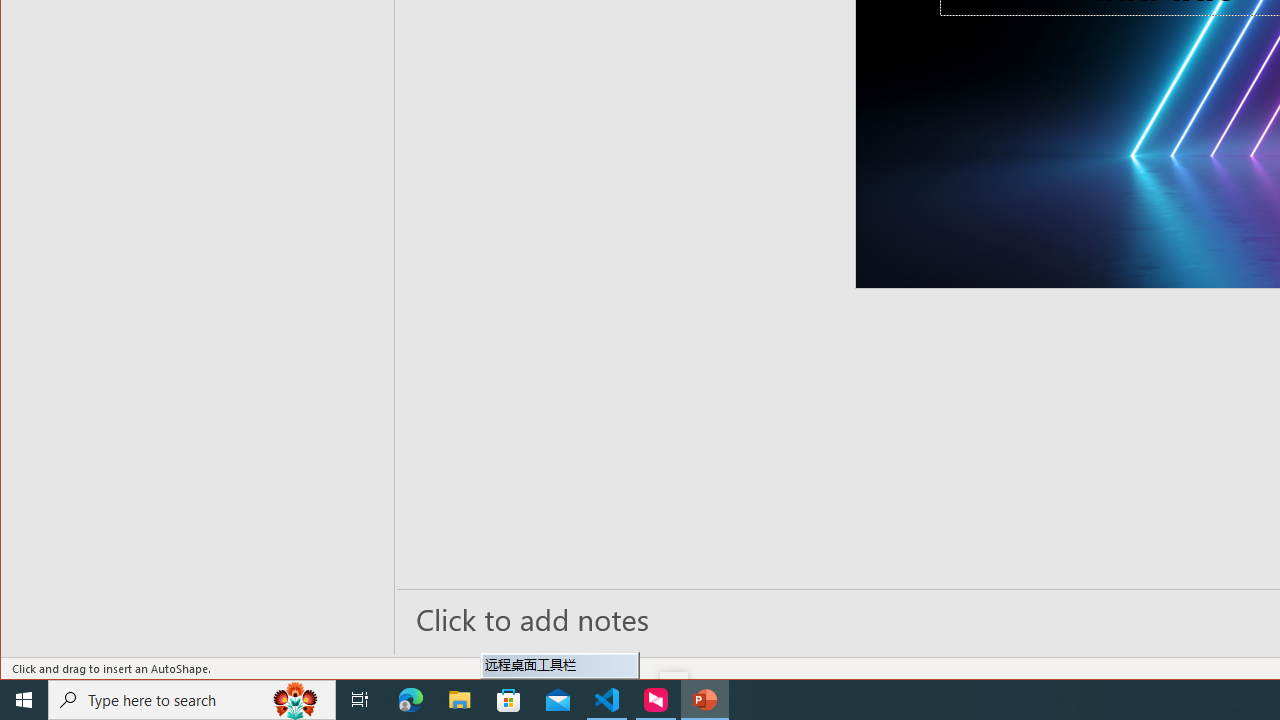  I want to click on 'Visual Studio Code - 1 running window', so click(606, 698).